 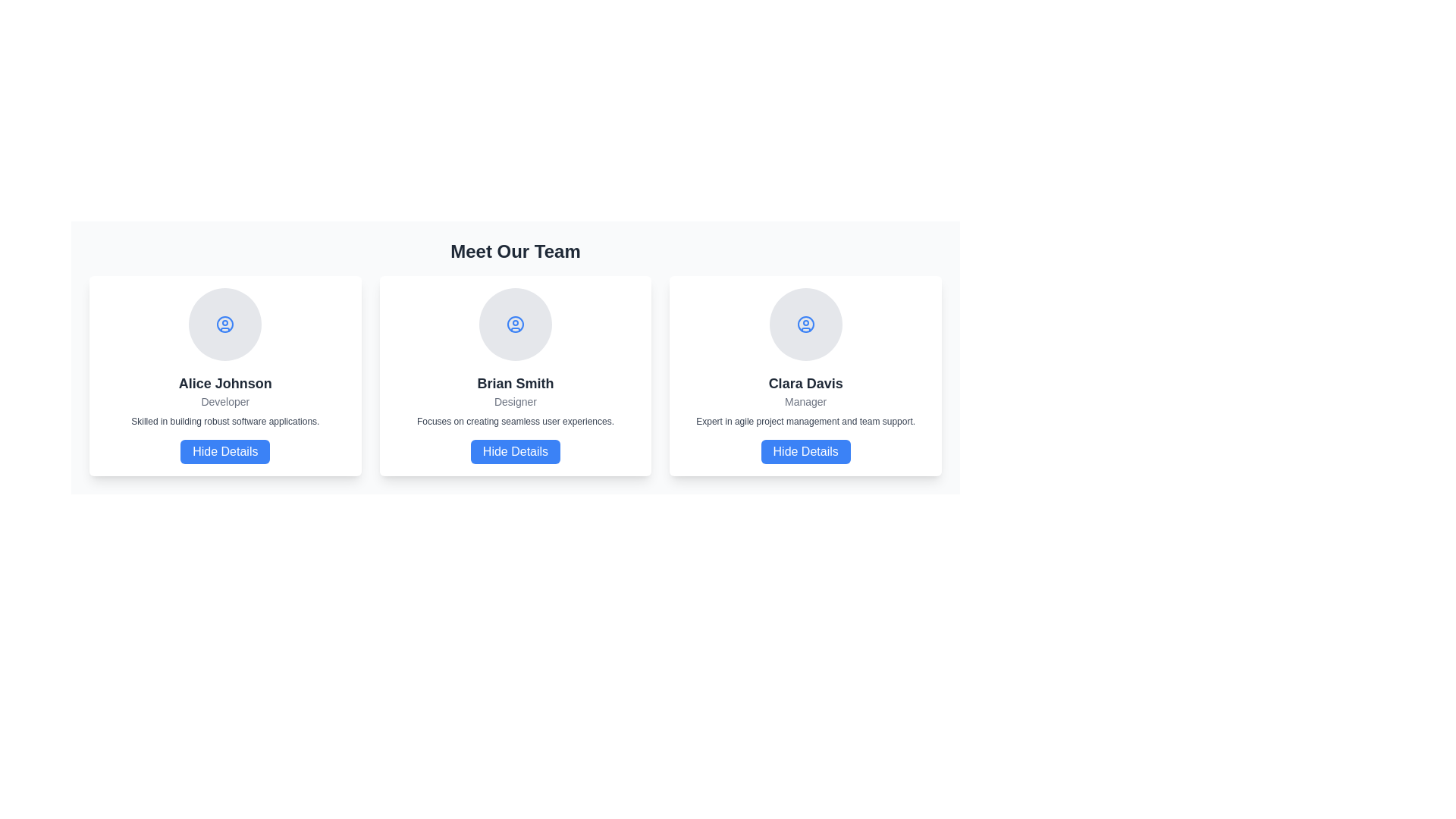 I want to click on the text label indicating the role 'Developer' located beneath 'Alice Johnson' and above the description text, so click(x=224, y=400).